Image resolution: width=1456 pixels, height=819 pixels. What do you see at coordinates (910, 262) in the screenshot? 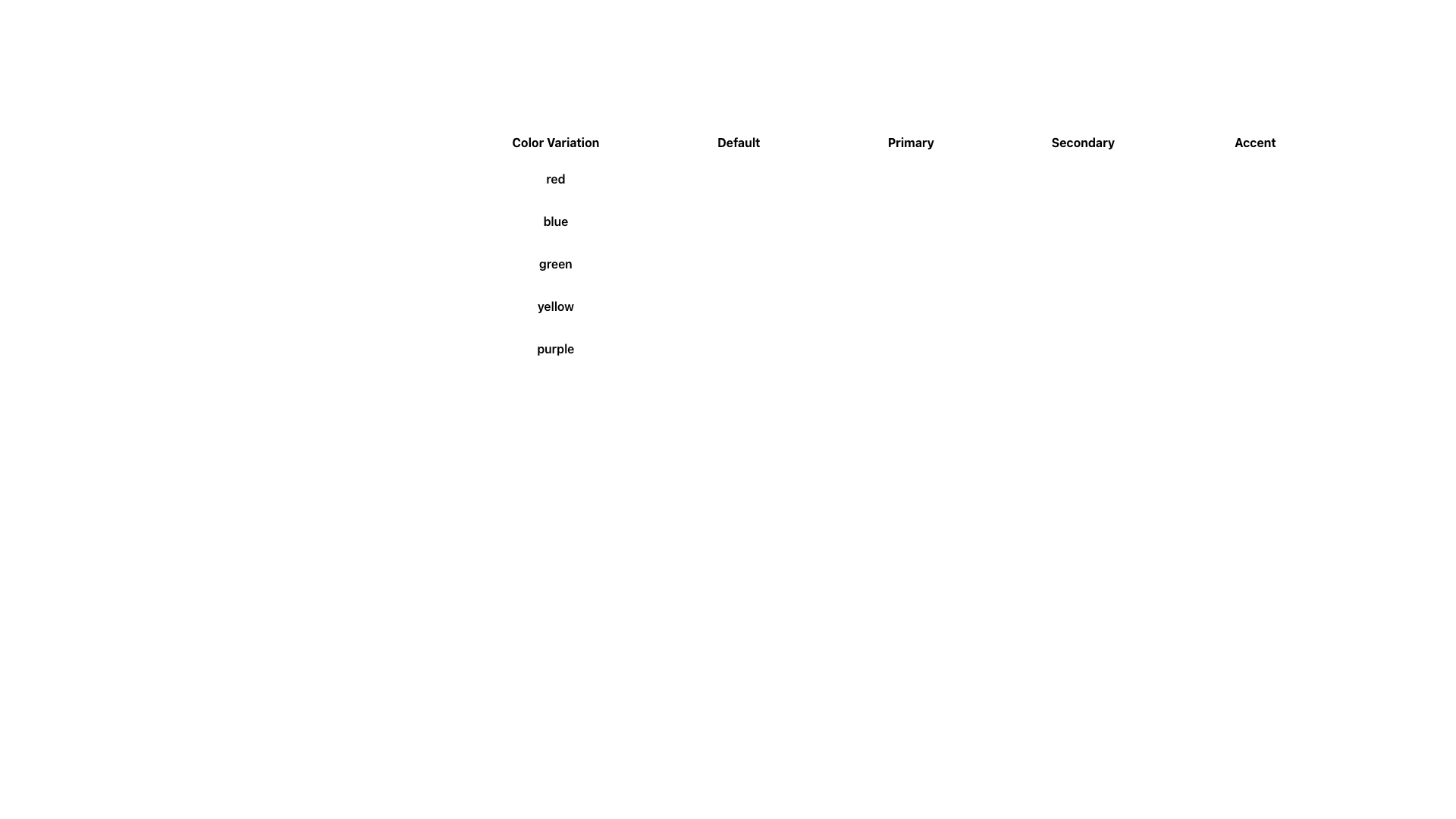
I see `the button representing the 'green' color variation in the 'Primary' category, which is the third element in its row` at bounding box center [910, 262].